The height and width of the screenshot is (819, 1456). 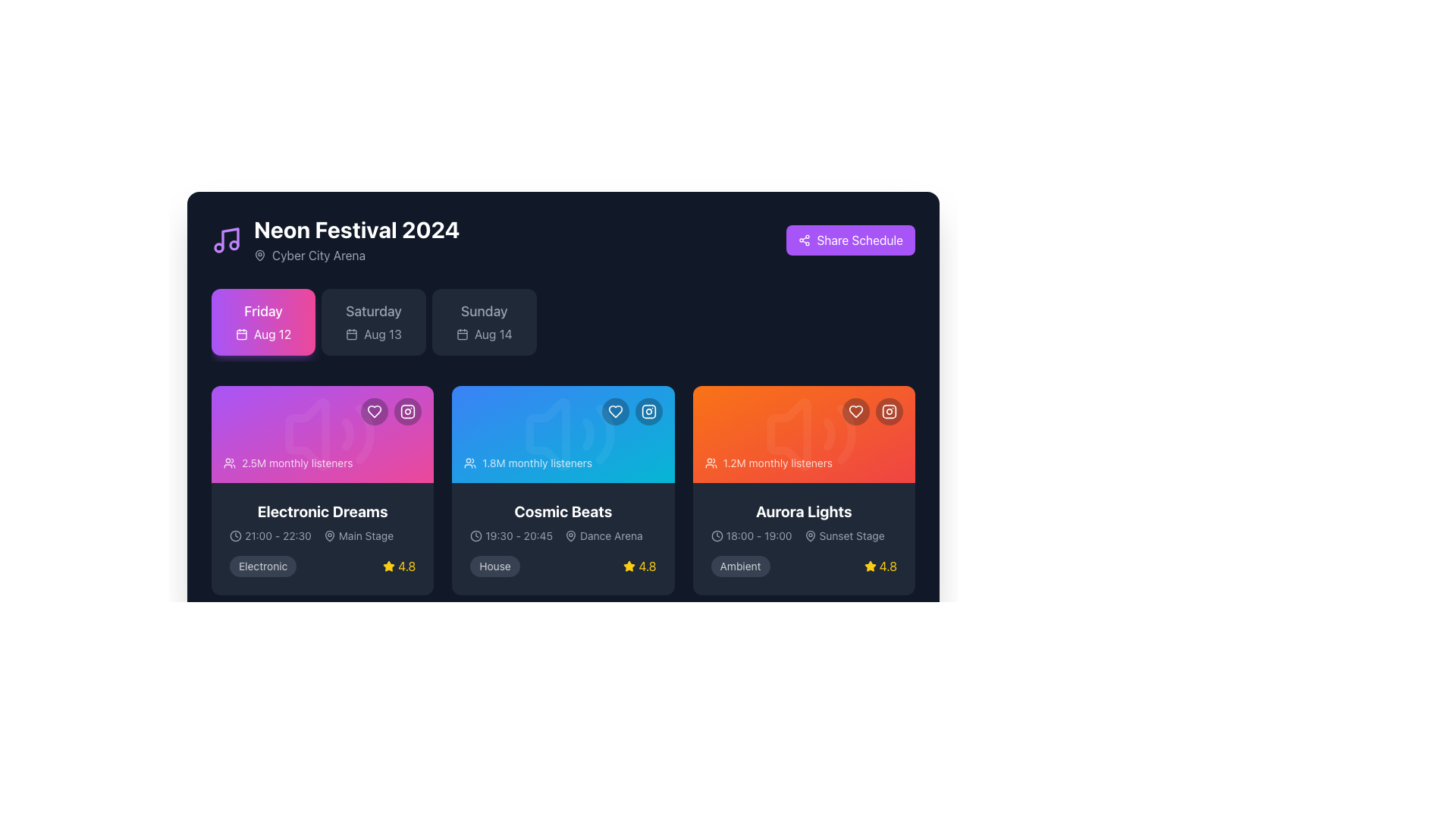 I want to click on the text label displaying the rating '4.8' in bold yellow font, located at the bottom-right of the 'Electronic Dreams' card next to a yellow star icon, so click(x=406, y=566).